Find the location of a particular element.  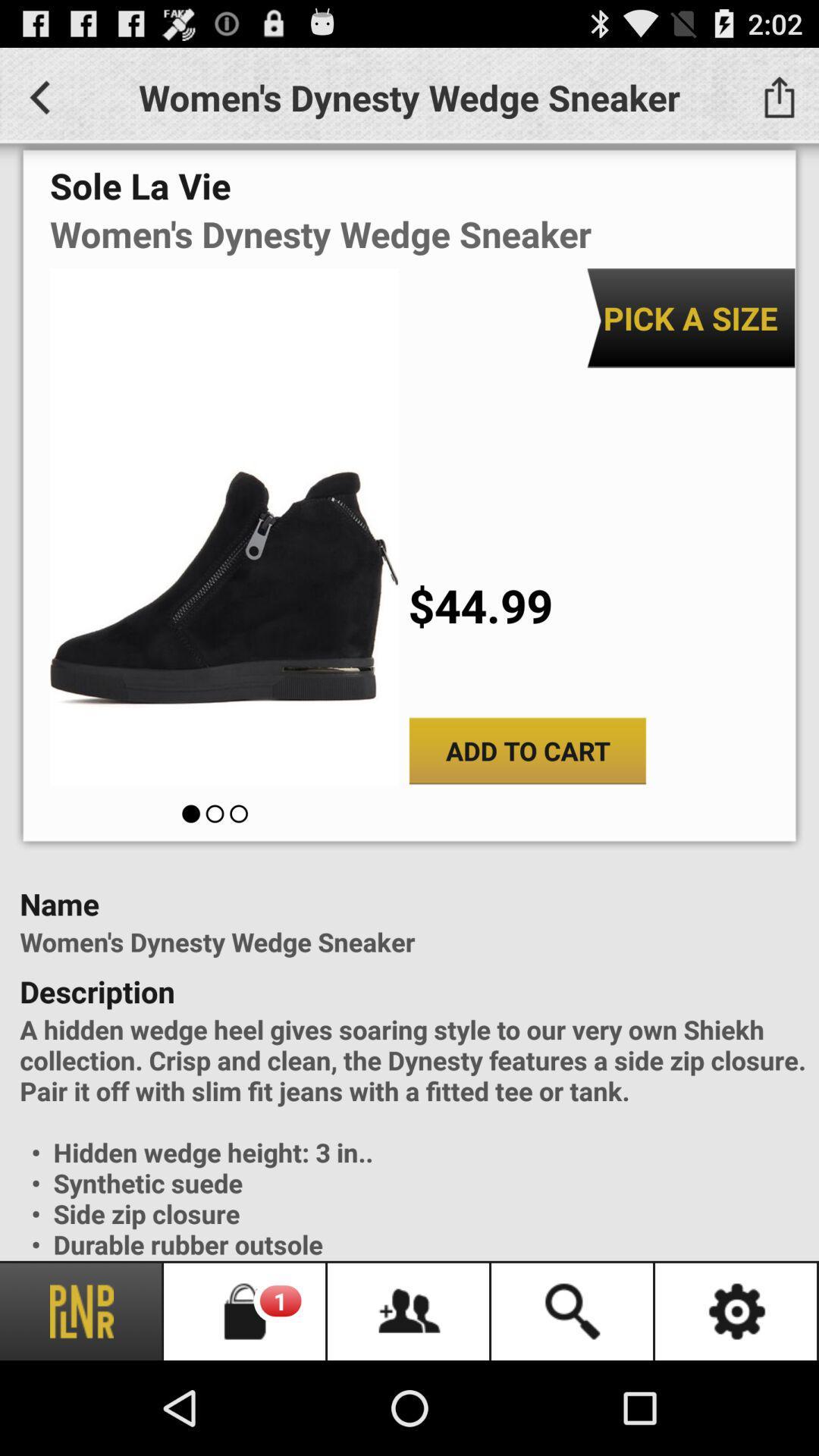

the pick a size item is located at coordinates (690, 317).